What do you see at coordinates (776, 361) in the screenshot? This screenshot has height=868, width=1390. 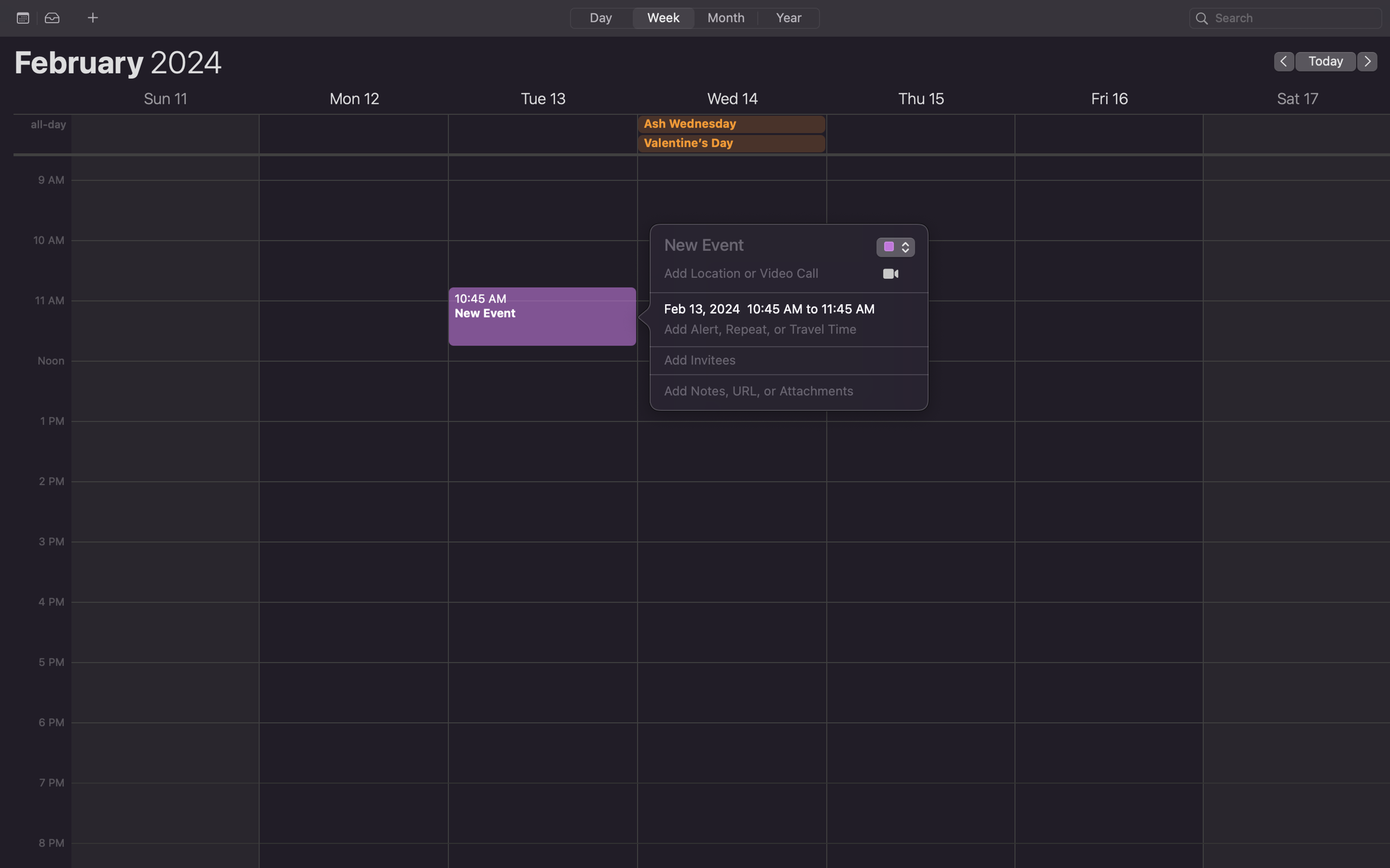 I see `Insert the guest with email "alice@gmail.com" in the invitee list` at bounding box center [776, 361].